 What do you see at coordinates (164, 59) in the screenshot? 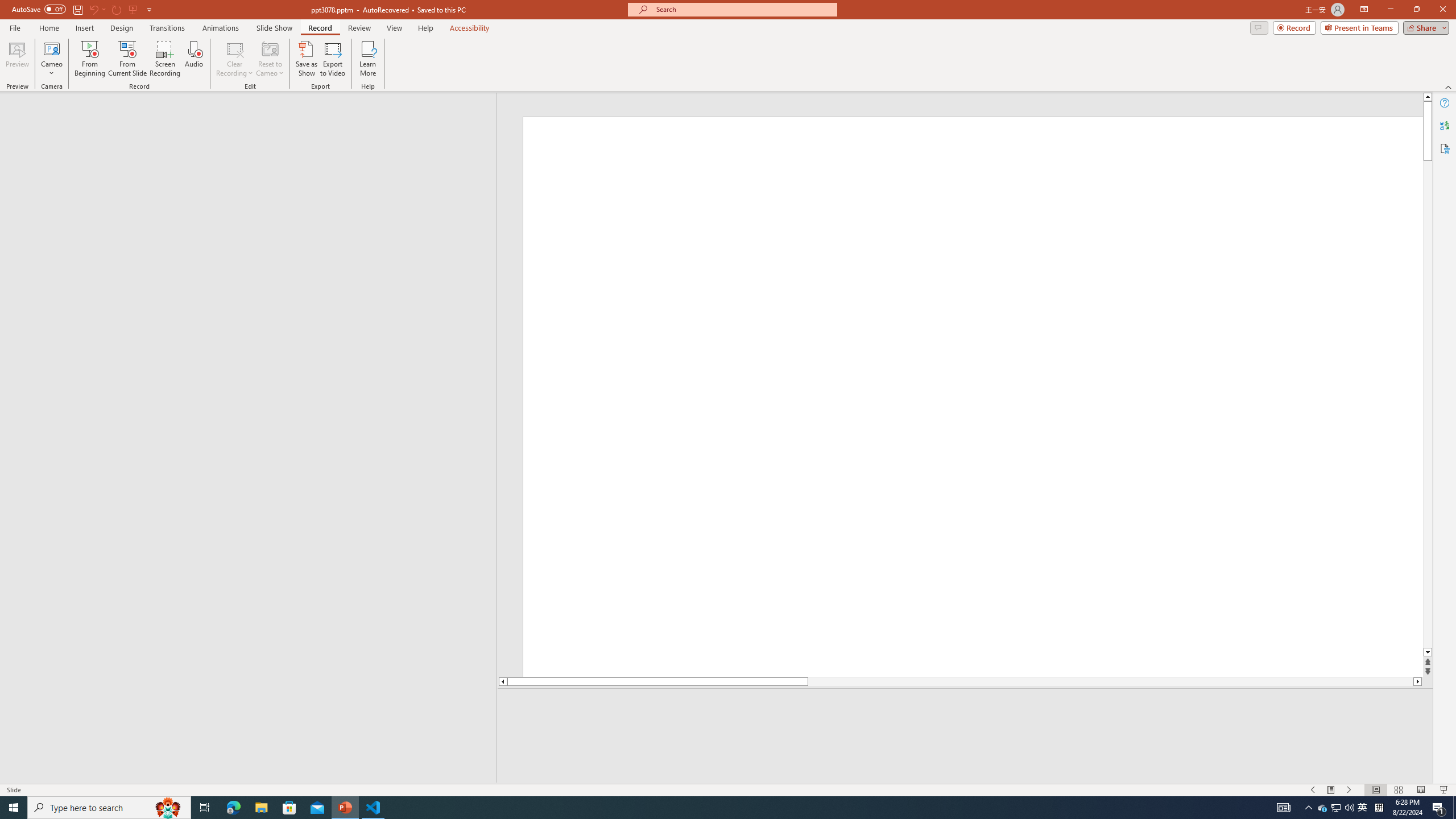
I see `'Screen Recording'` at bounding box center [164, 59].